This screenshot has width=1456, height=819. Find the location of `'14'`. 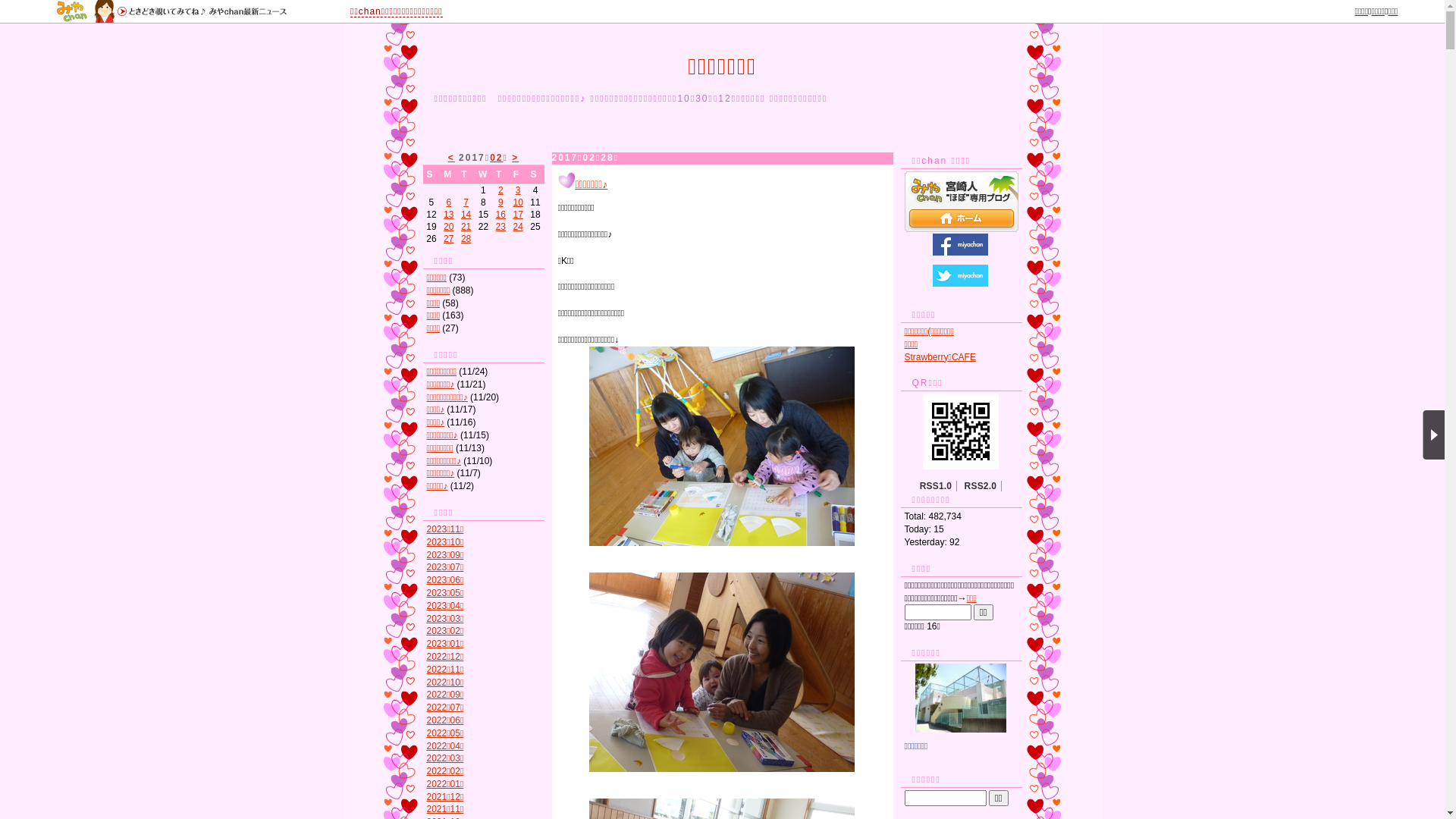

'14' is located at coordinates (465, 214).